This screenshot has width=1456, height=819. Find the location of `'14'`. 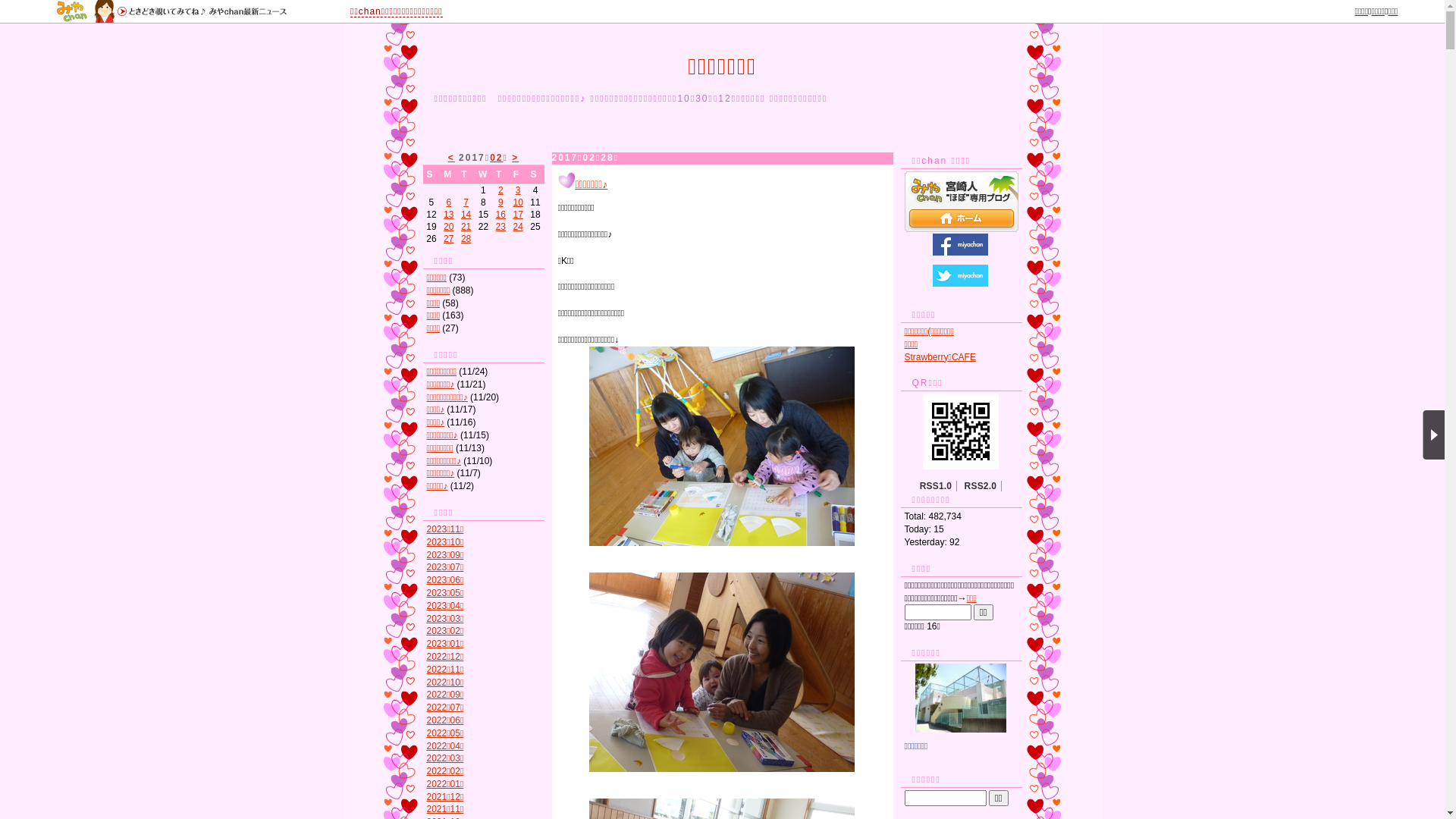

'14' is located at coordinates (465, 214).